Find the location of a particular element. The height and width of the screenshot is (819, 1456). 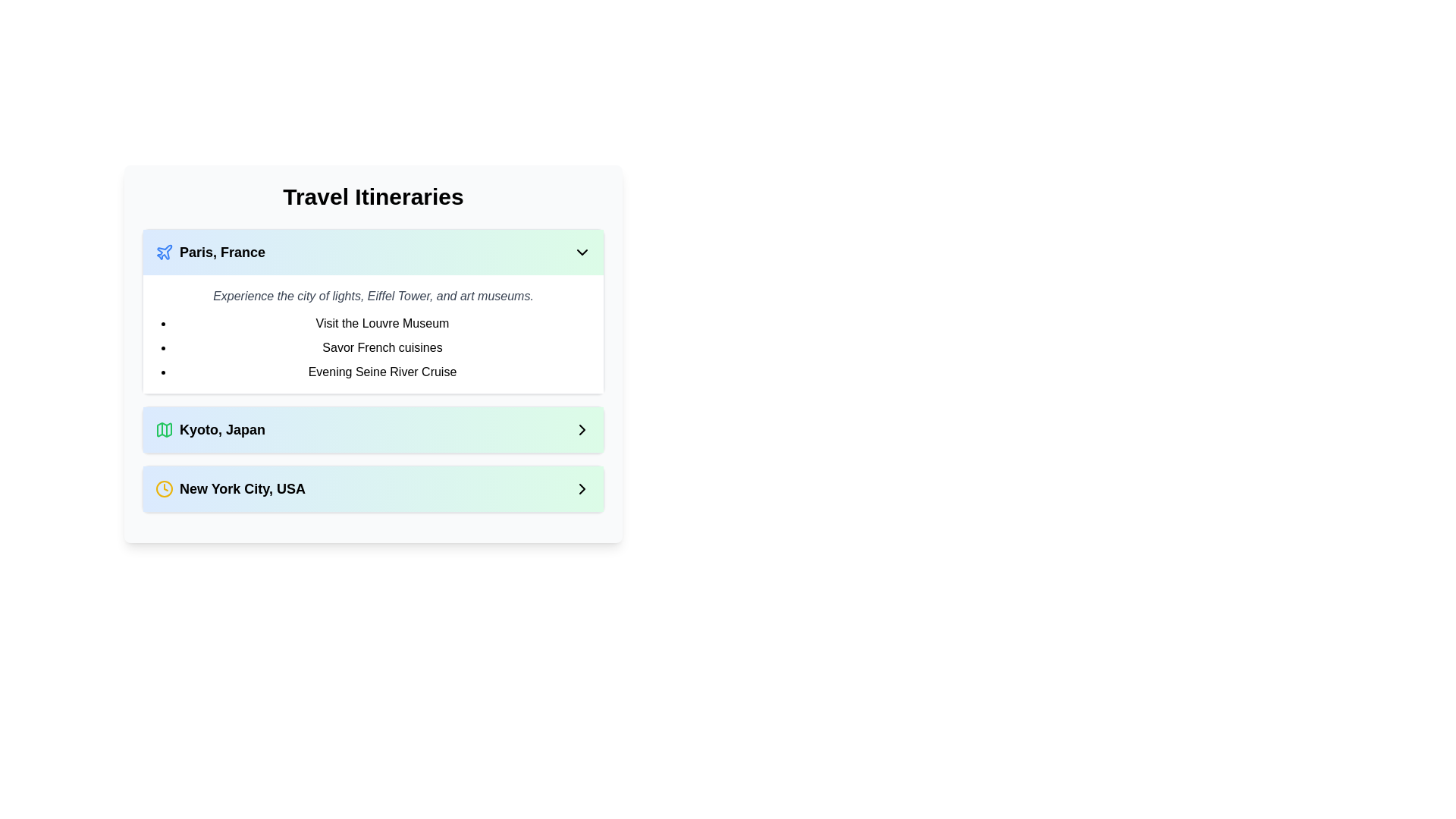

bulleted list of activities related to the 'Paris, France' itinerary, positioned beneath the descriptive text and above the next section about 'Kyoto, Japan' is located at coordinates (373, 348).